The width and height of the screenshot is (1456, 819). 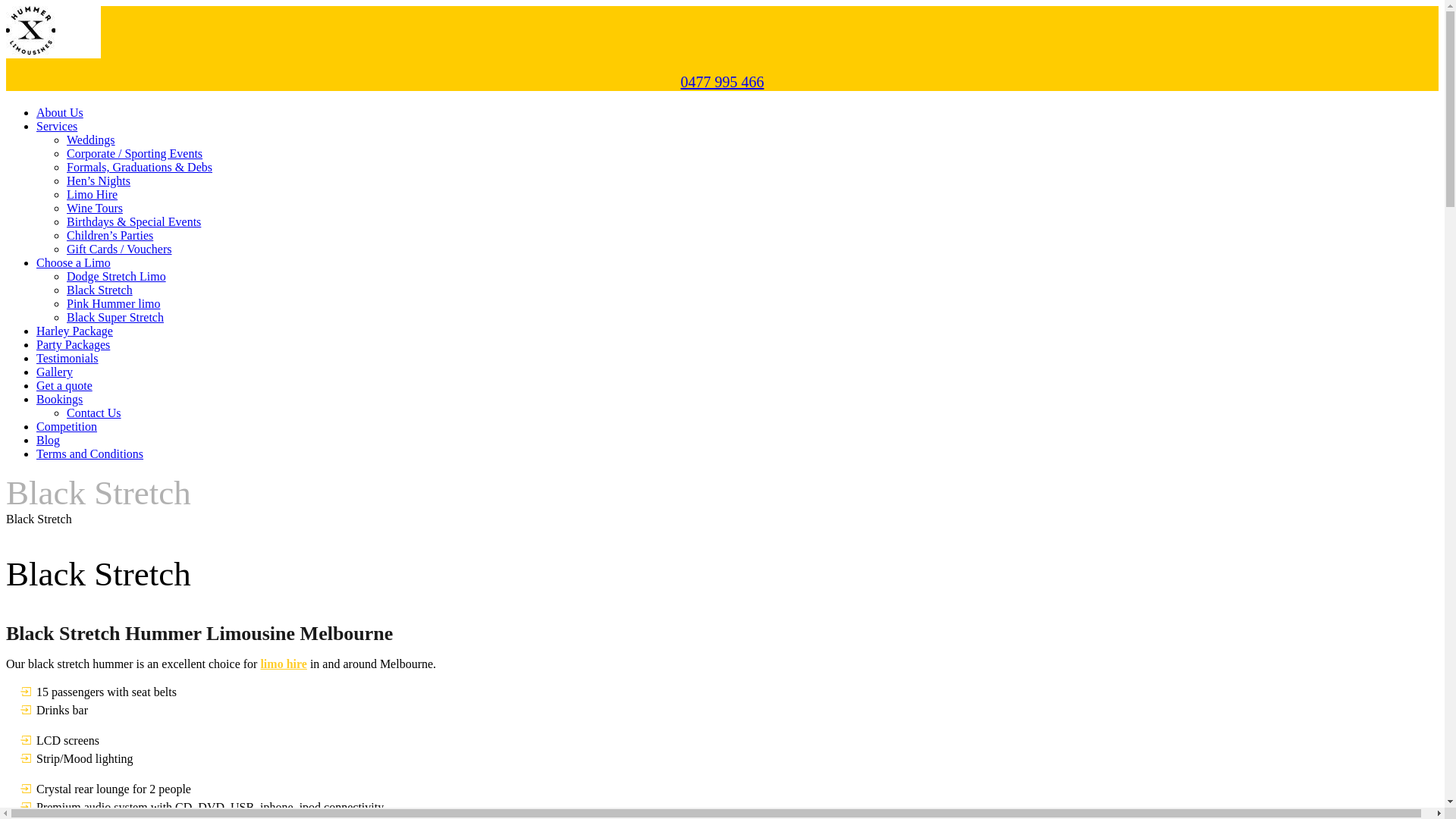 What do you see at coordinates (283, 663) in the screenshot?
I see `'limo hire'` at bounding box center [283, 663].